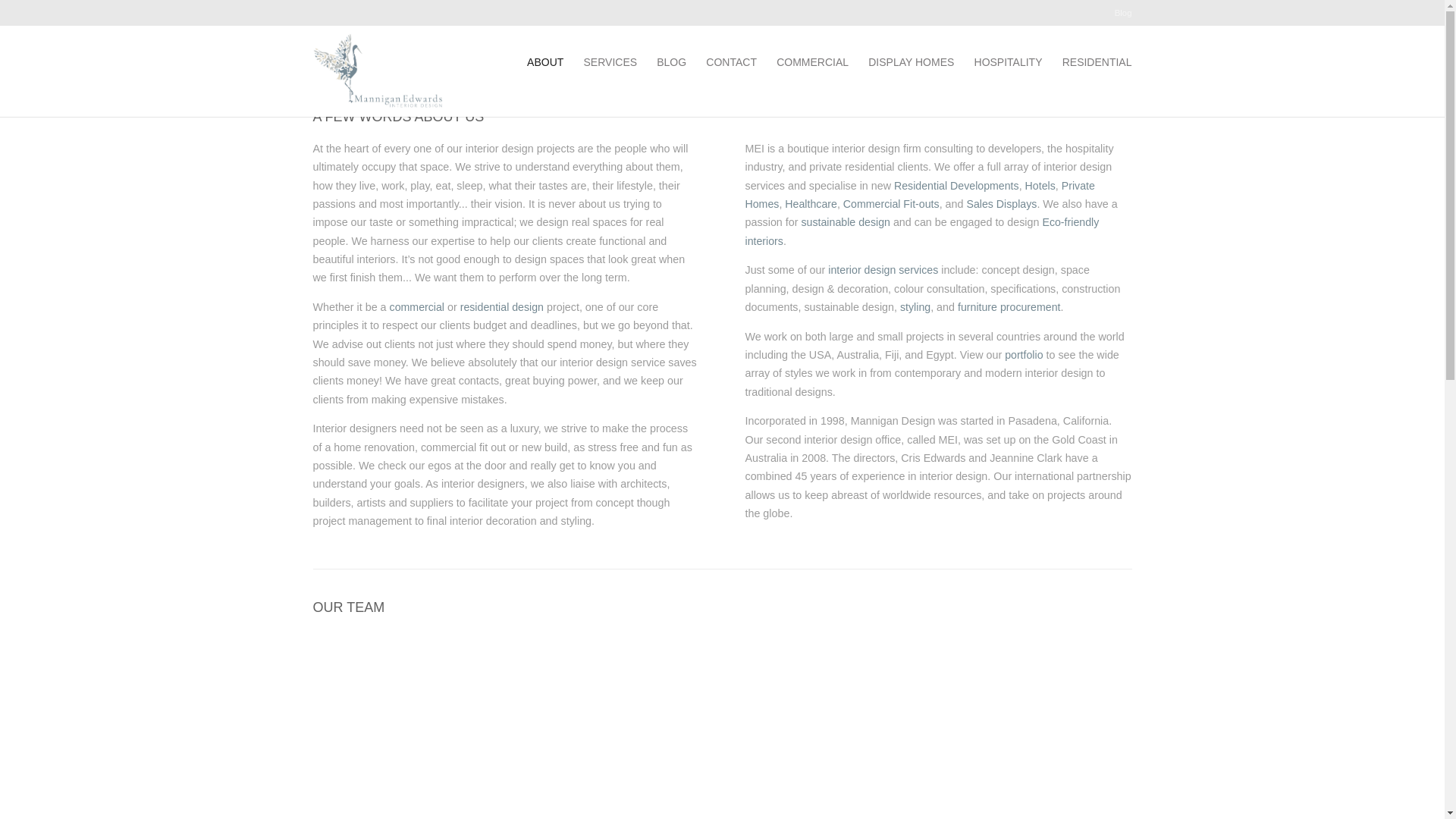 This screenshot has height=819, width=1456. What do you see at coordinates (883, 268) in the screenshot?
I see `'interior design services'` at bounding box center [883, 268].